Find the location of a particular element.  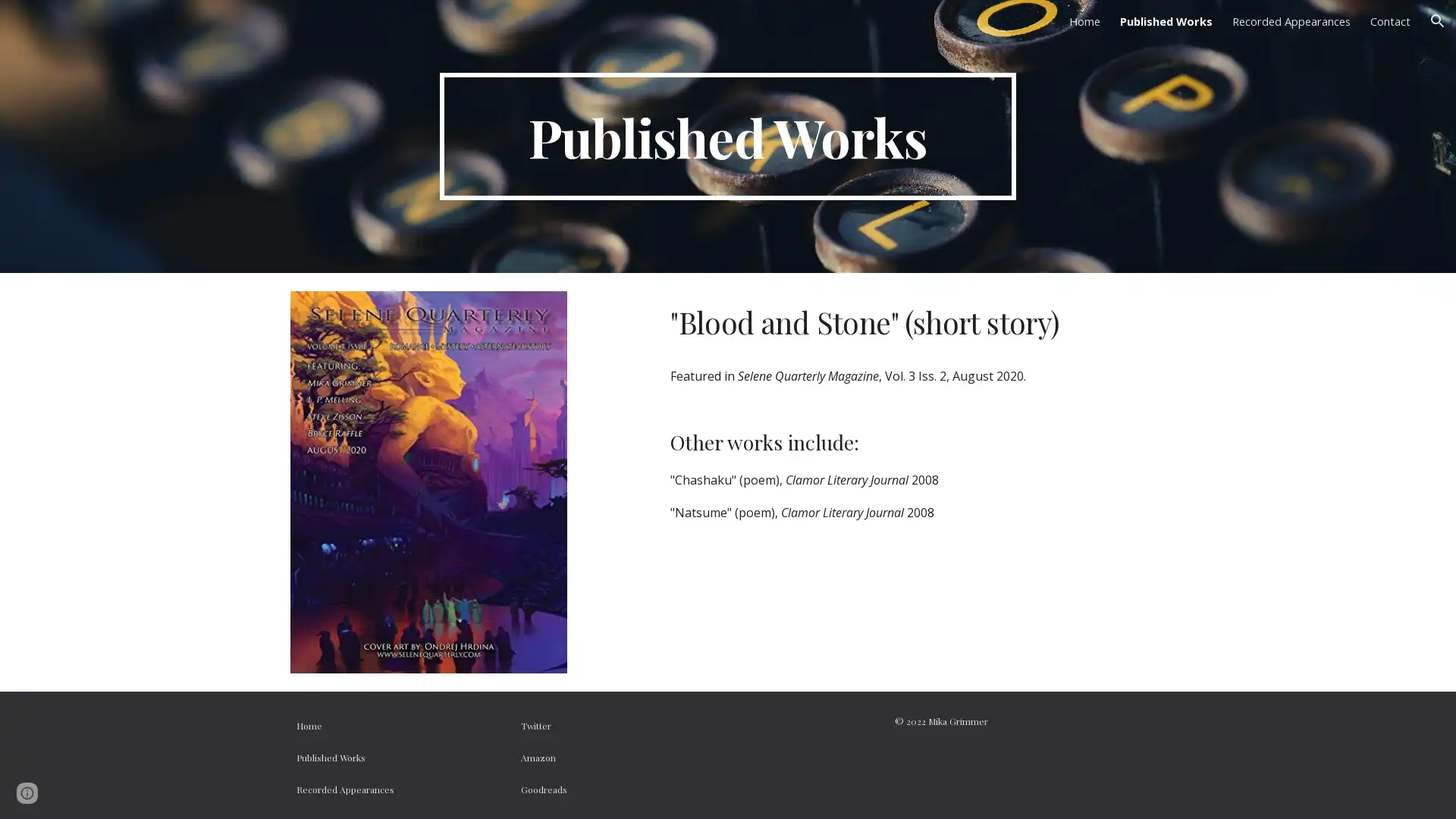

Report abuse is located at coordinates (139, 792).